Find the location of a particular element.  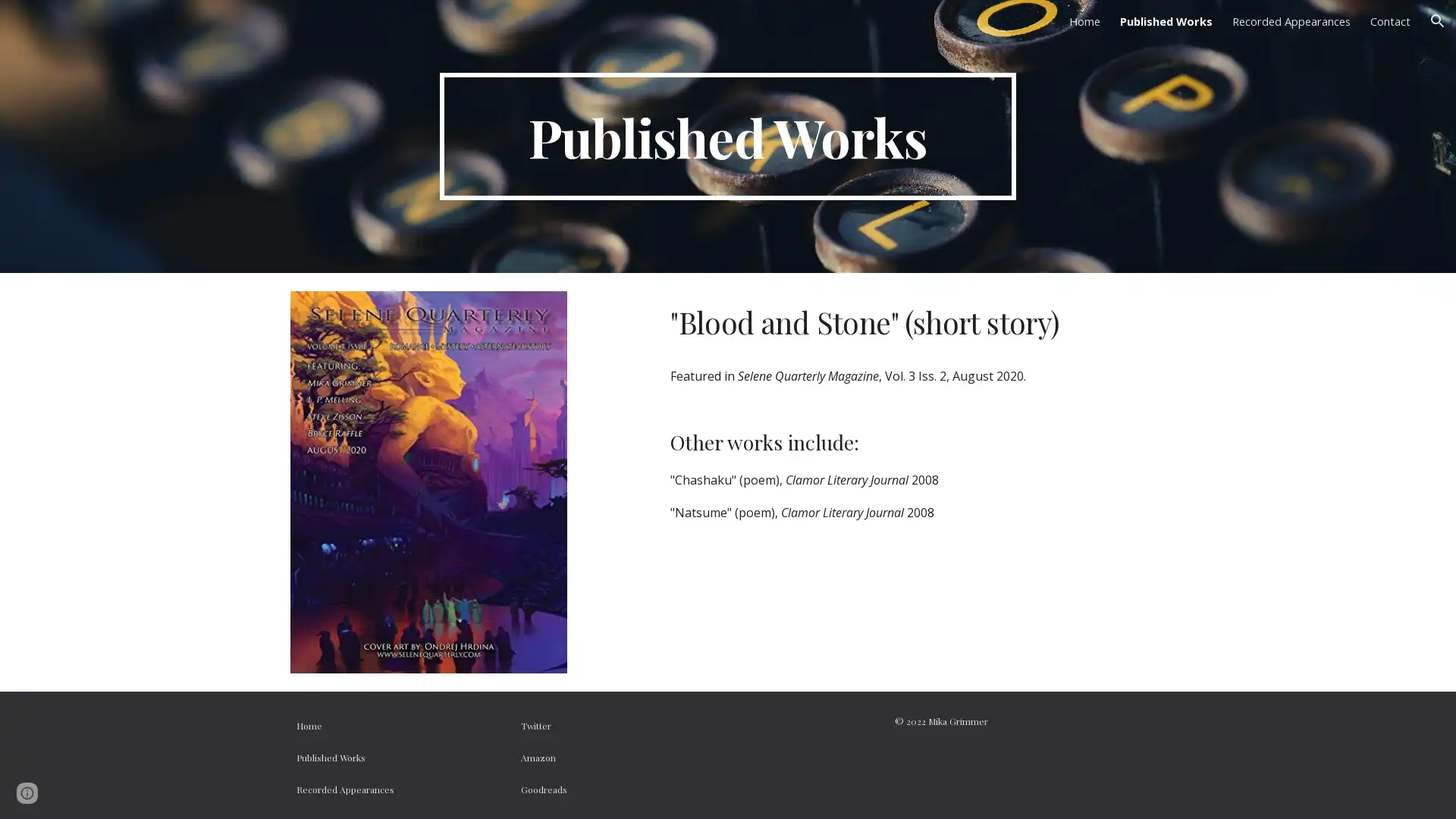

Report abuse is located at coordinates (139, 792).